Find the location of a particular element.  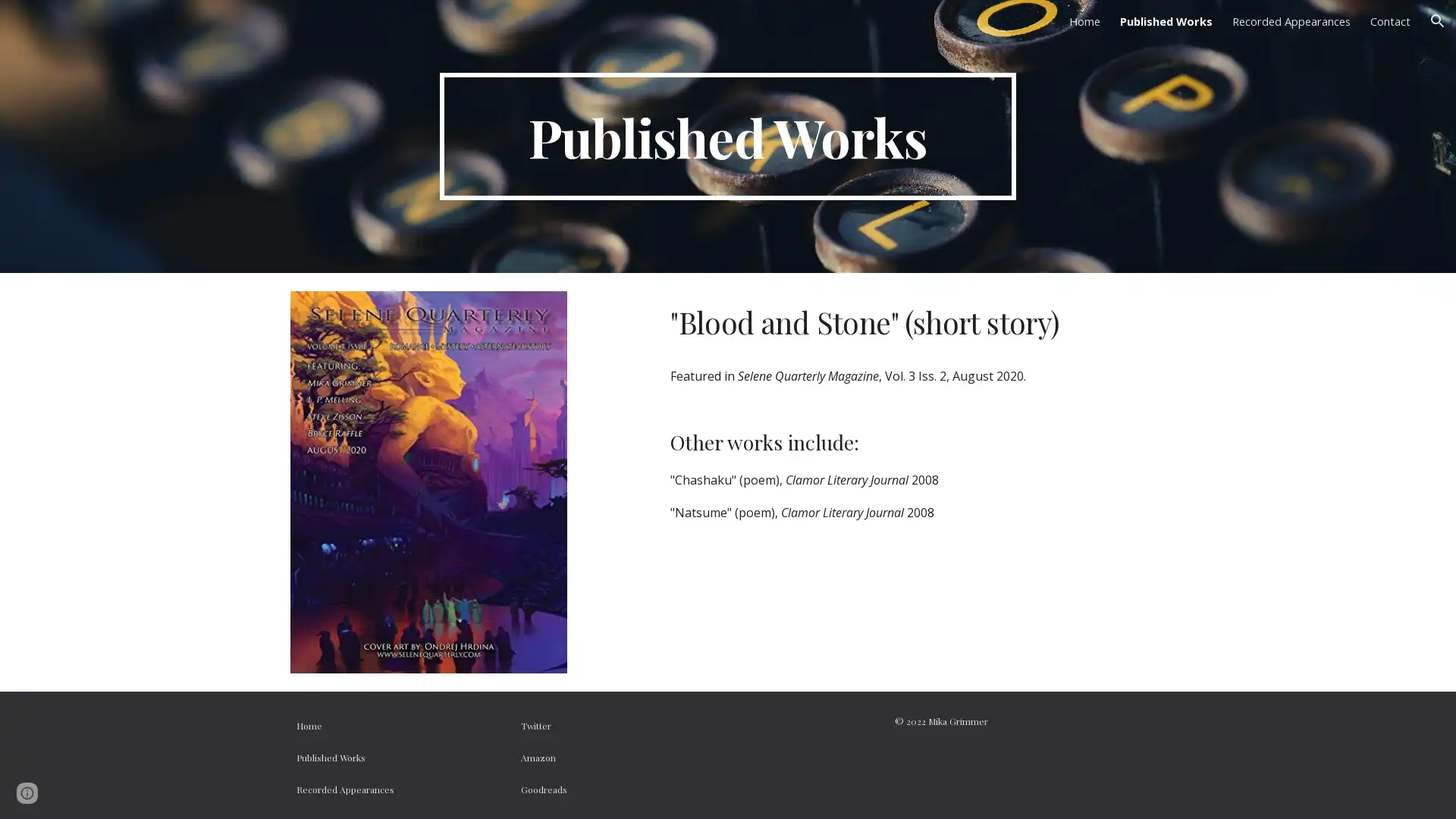

Report abuse is located at coordinates (139, 792).